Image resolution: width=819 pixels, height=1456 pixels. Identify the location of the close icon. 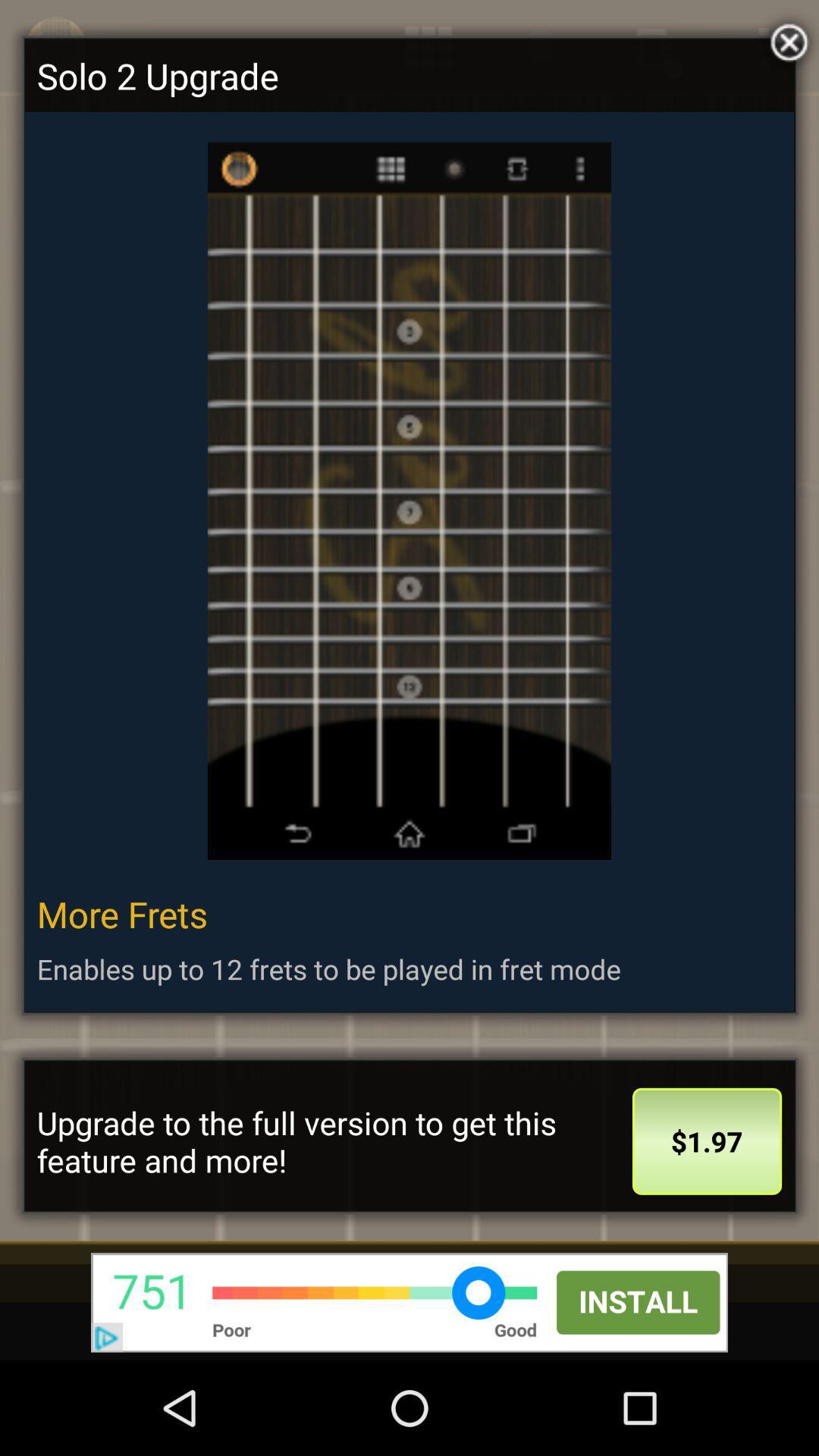
(785, 41).